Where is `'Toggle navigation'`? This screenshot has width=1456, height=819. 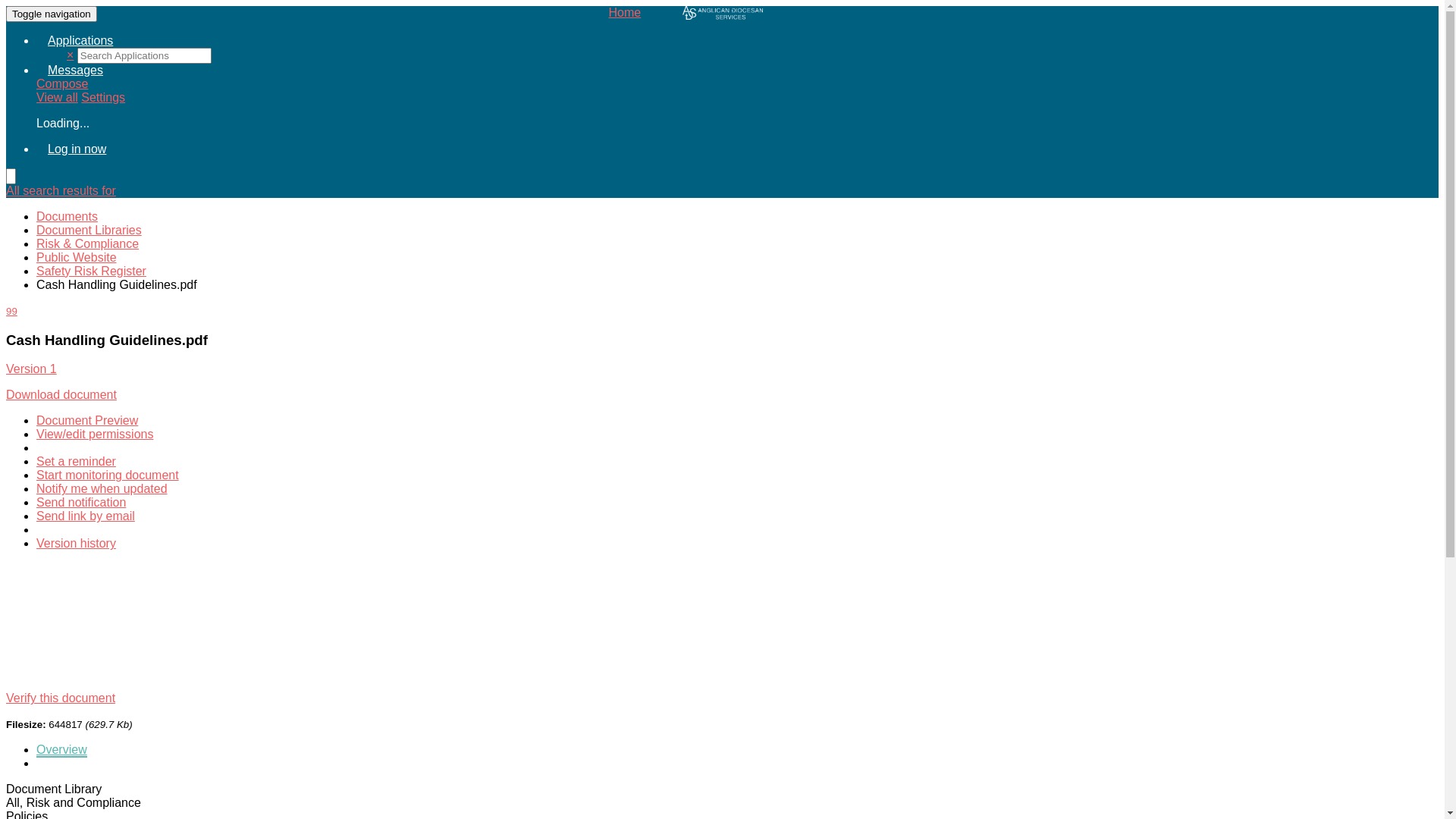
'Toggle navigation' is located at coordinates (51, 14).